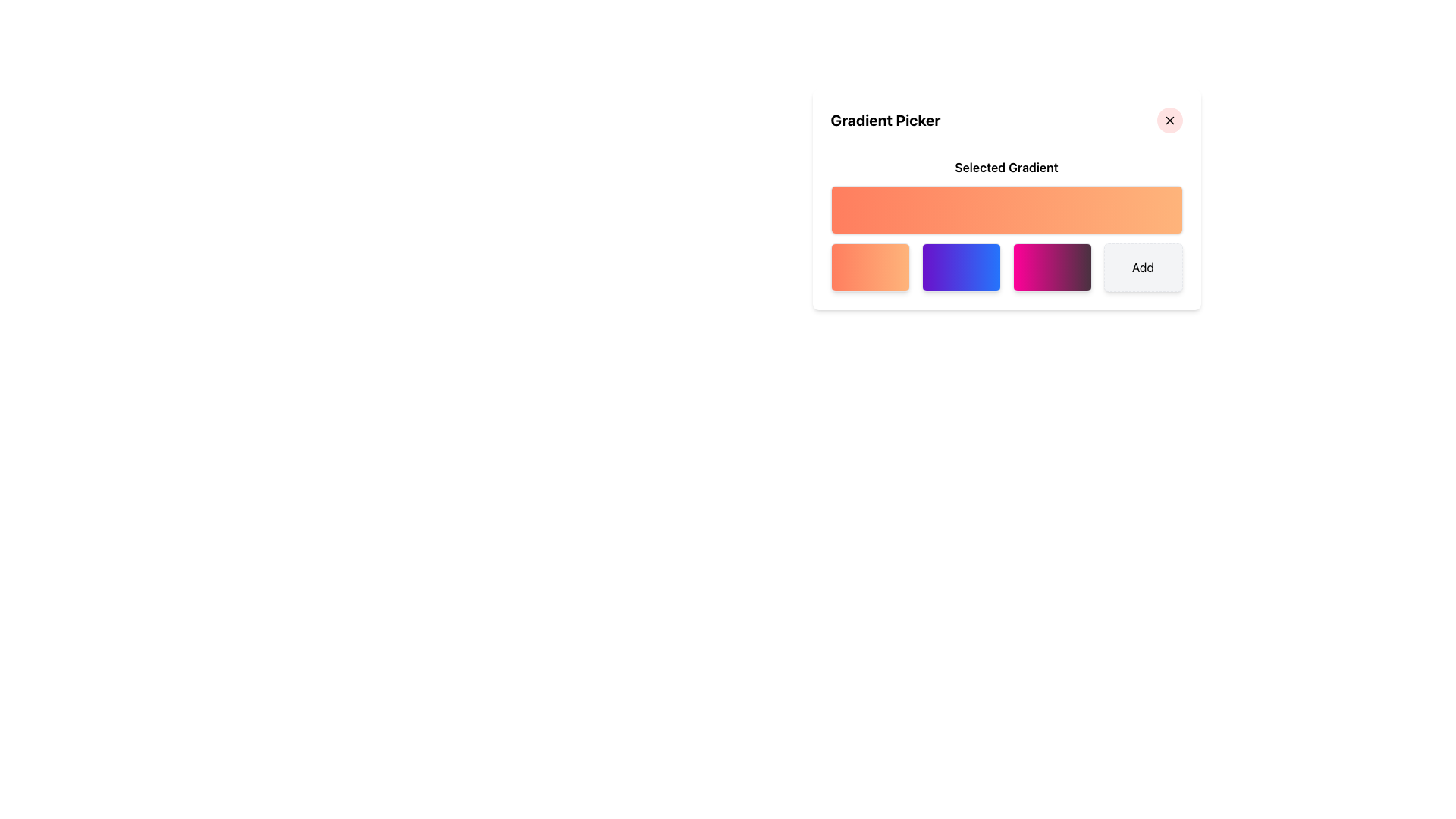  Describe the element at coordinates (870, 267) in the screenshot. I see `the first gradient selection button located below the 'Selected Gradient' bar` at that location.